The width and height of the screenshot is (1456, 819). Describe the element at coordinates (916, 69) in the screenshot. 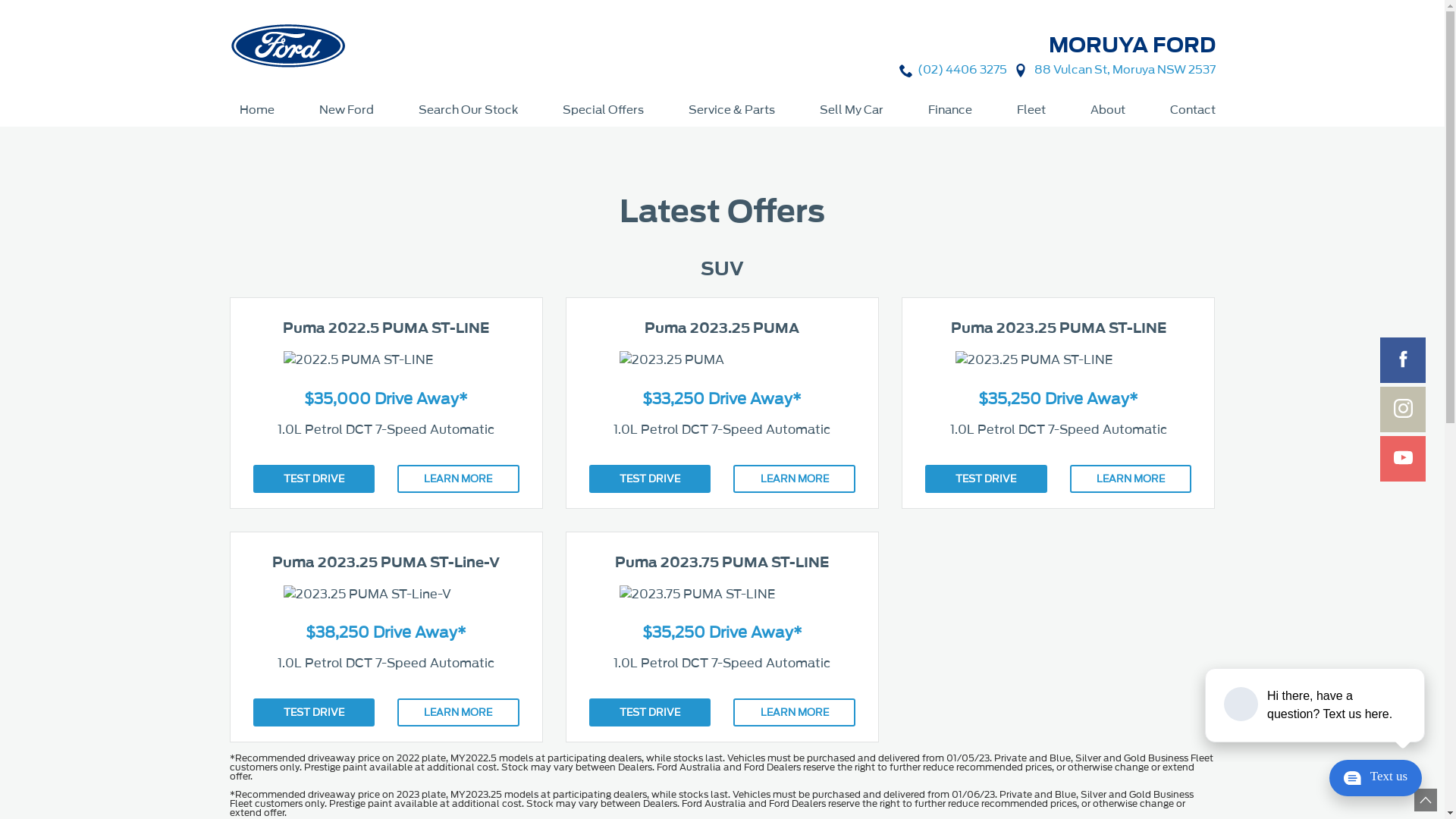

I see `'(02) 4406 3275'` at that location.